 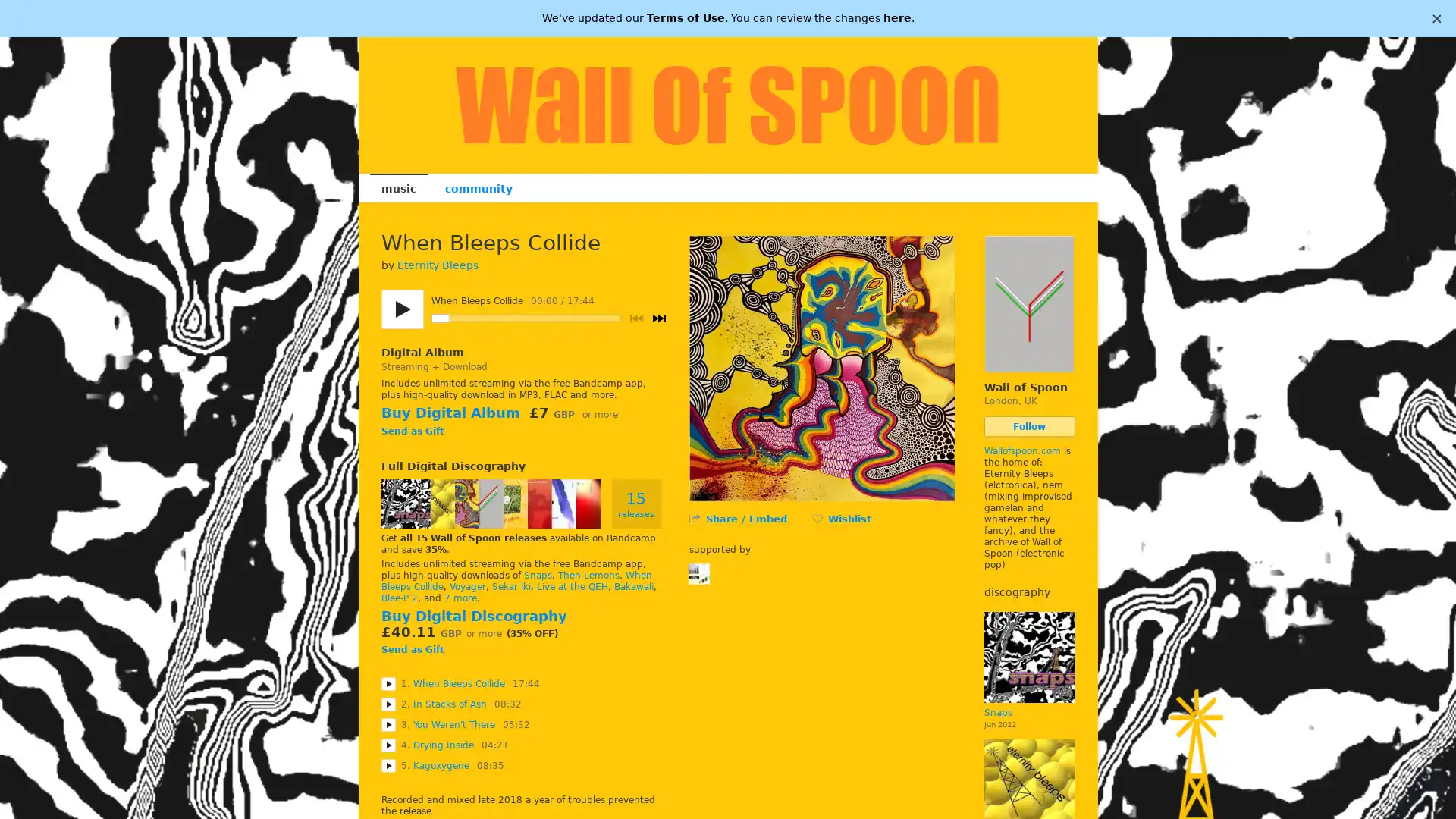 What do you see at coordinates (422, 353) in the screenshot?
I see `Digital Album` at bounding box center [422, 353].